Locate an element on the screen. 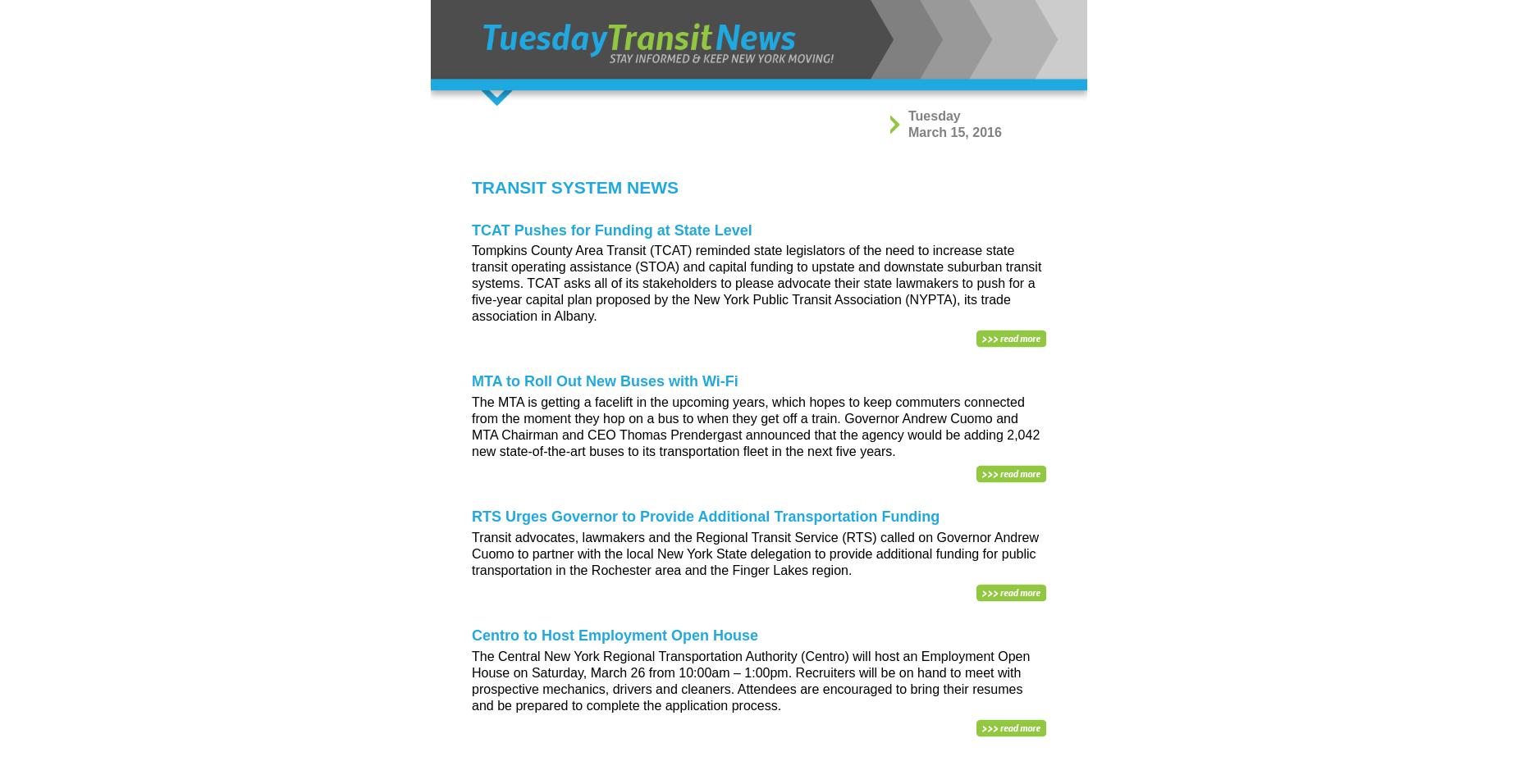  'TRANSIT SYSTEM NEWS' is located at coordinates (471, 186).